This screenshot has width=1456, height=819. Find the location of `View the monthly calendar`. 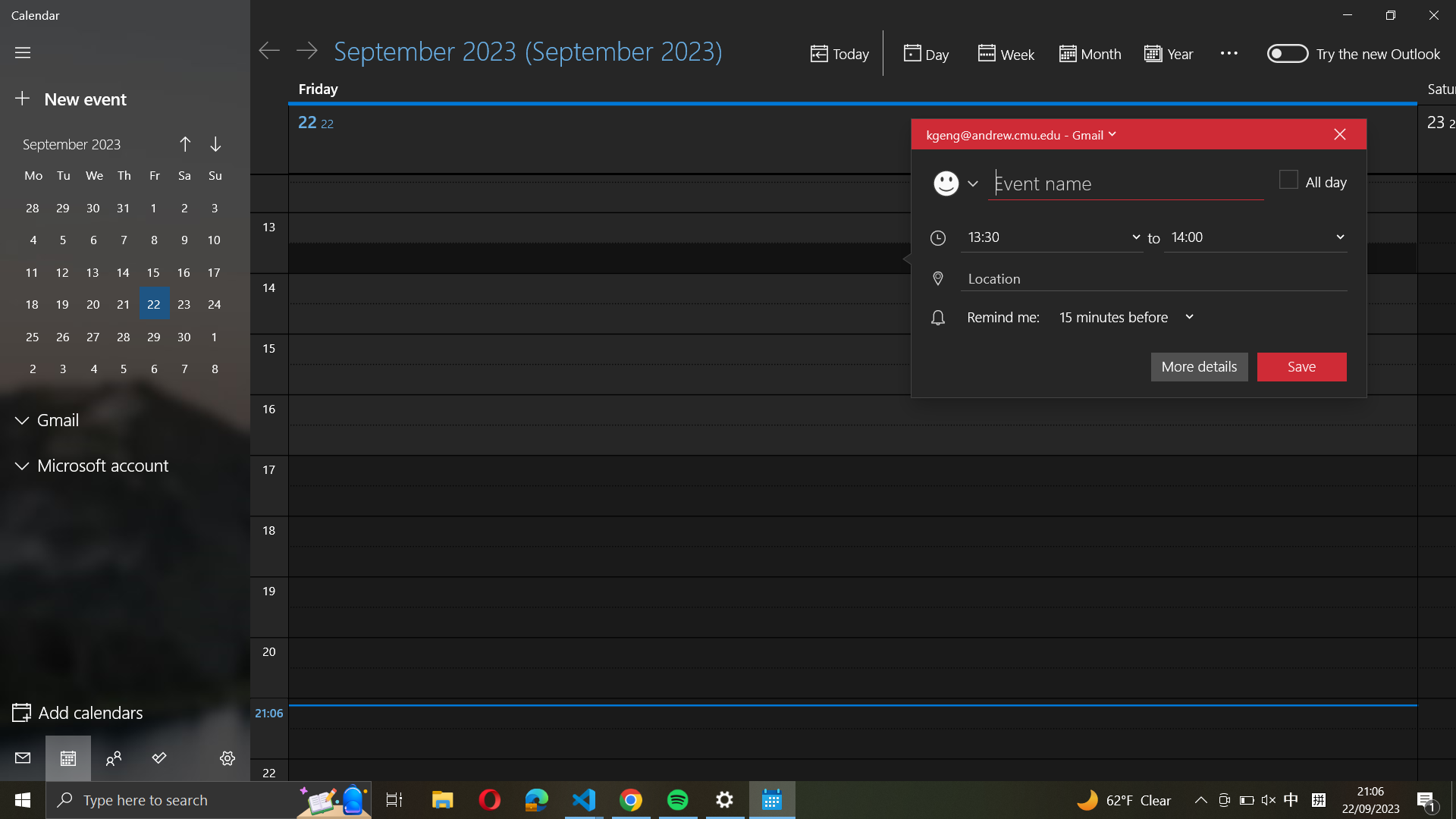

View the monthly calendar is located at coordinates (1087, 54).